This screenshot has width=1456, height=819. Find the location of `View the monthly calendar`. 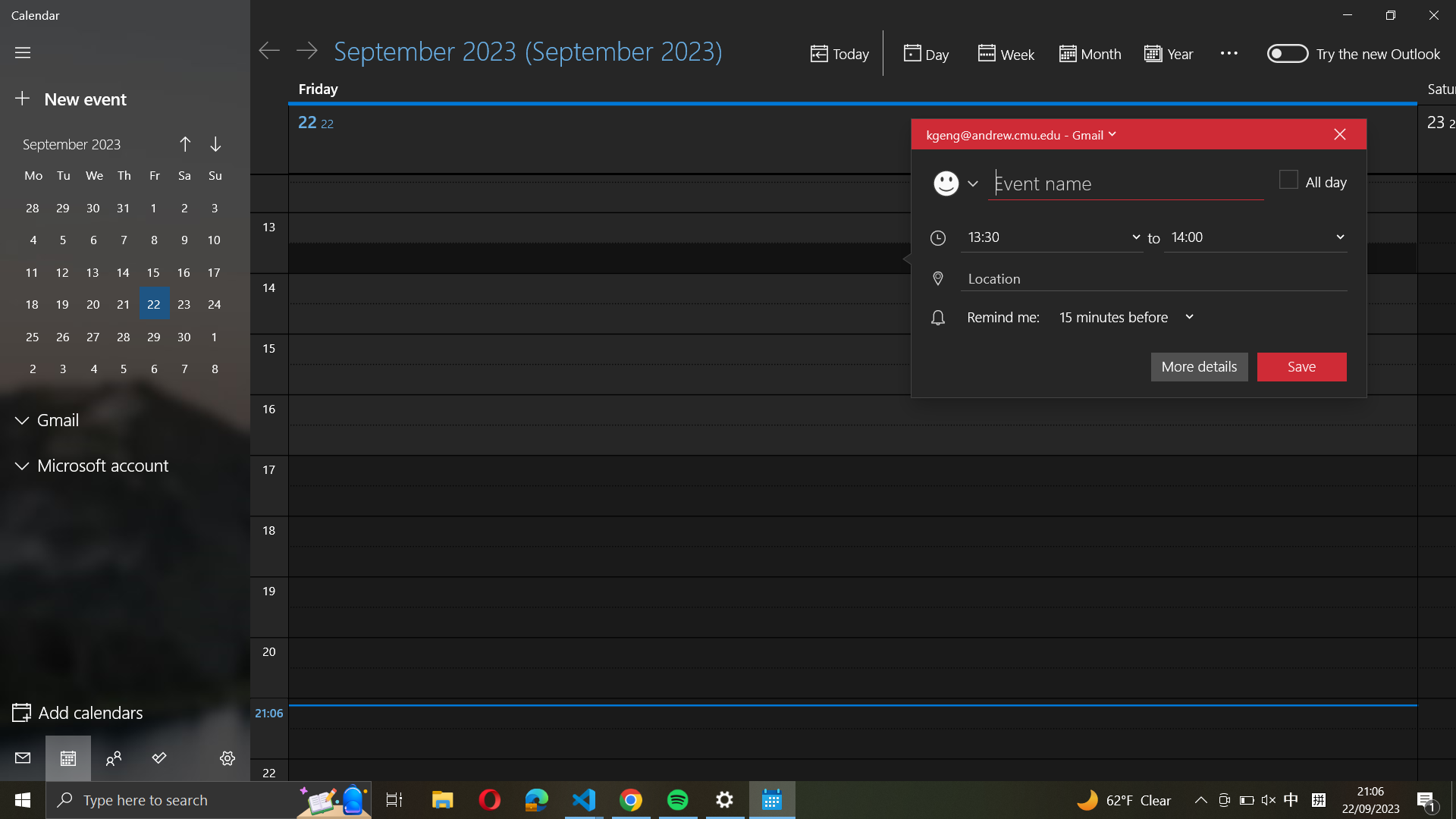

View the monthly calendar is located at coordinates (1087, 54).